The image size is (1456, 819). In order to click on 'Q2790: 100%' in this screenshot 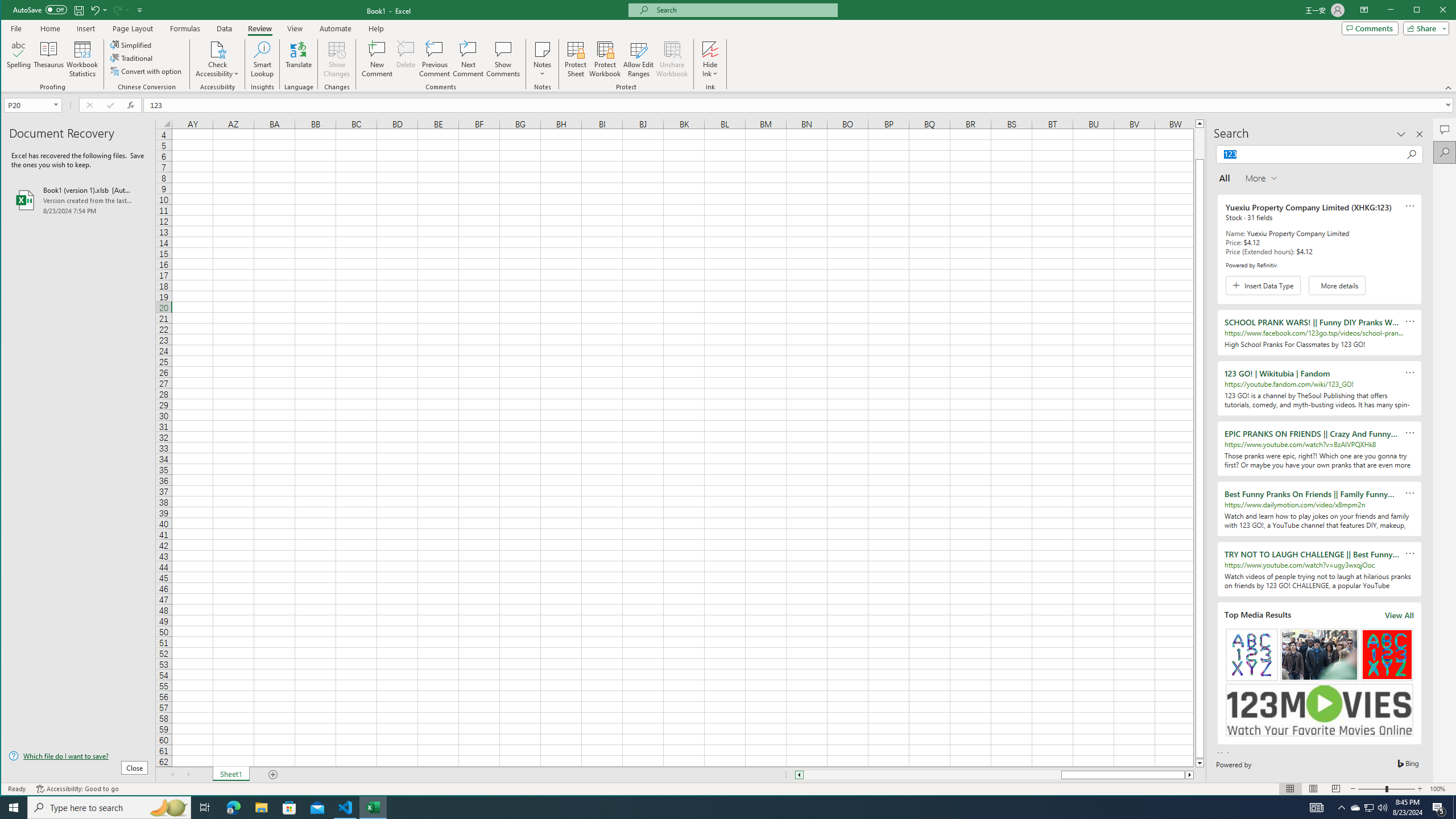, I will do `click(1381, 806)`.